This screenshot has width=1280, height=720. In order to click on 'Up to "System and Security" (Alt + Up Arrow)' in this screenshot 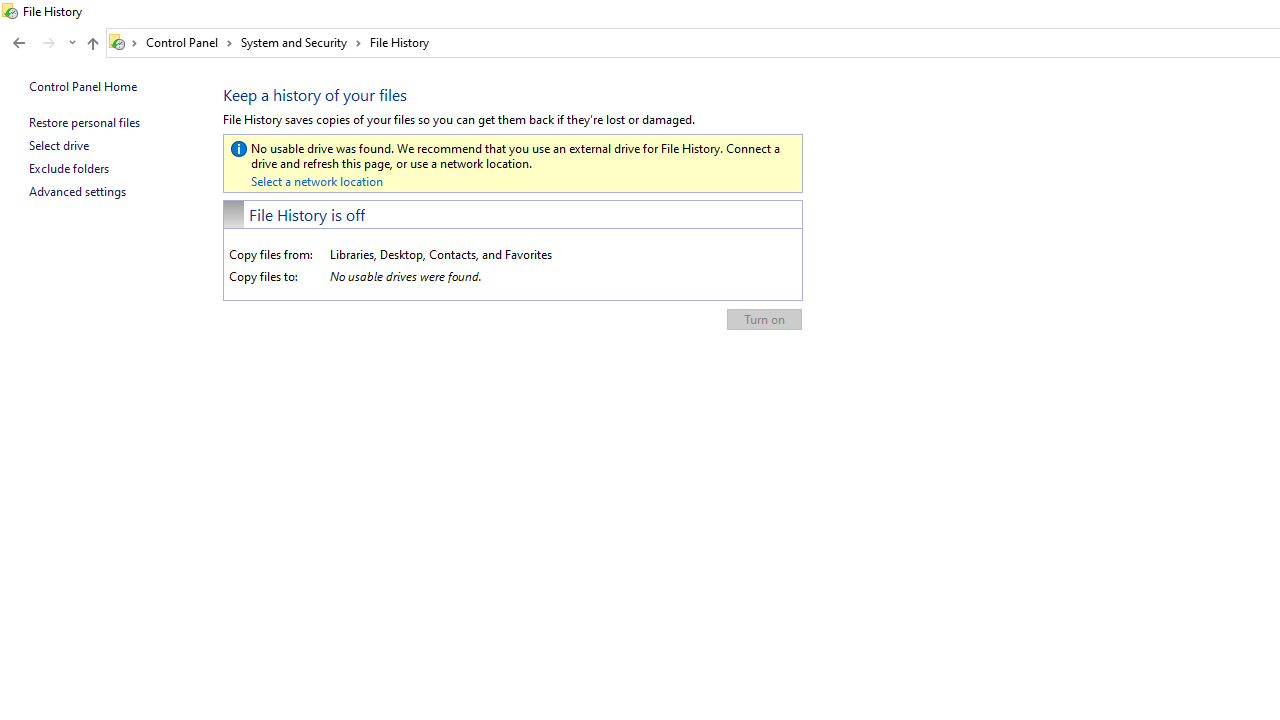, I will do `click(91, 43)`.